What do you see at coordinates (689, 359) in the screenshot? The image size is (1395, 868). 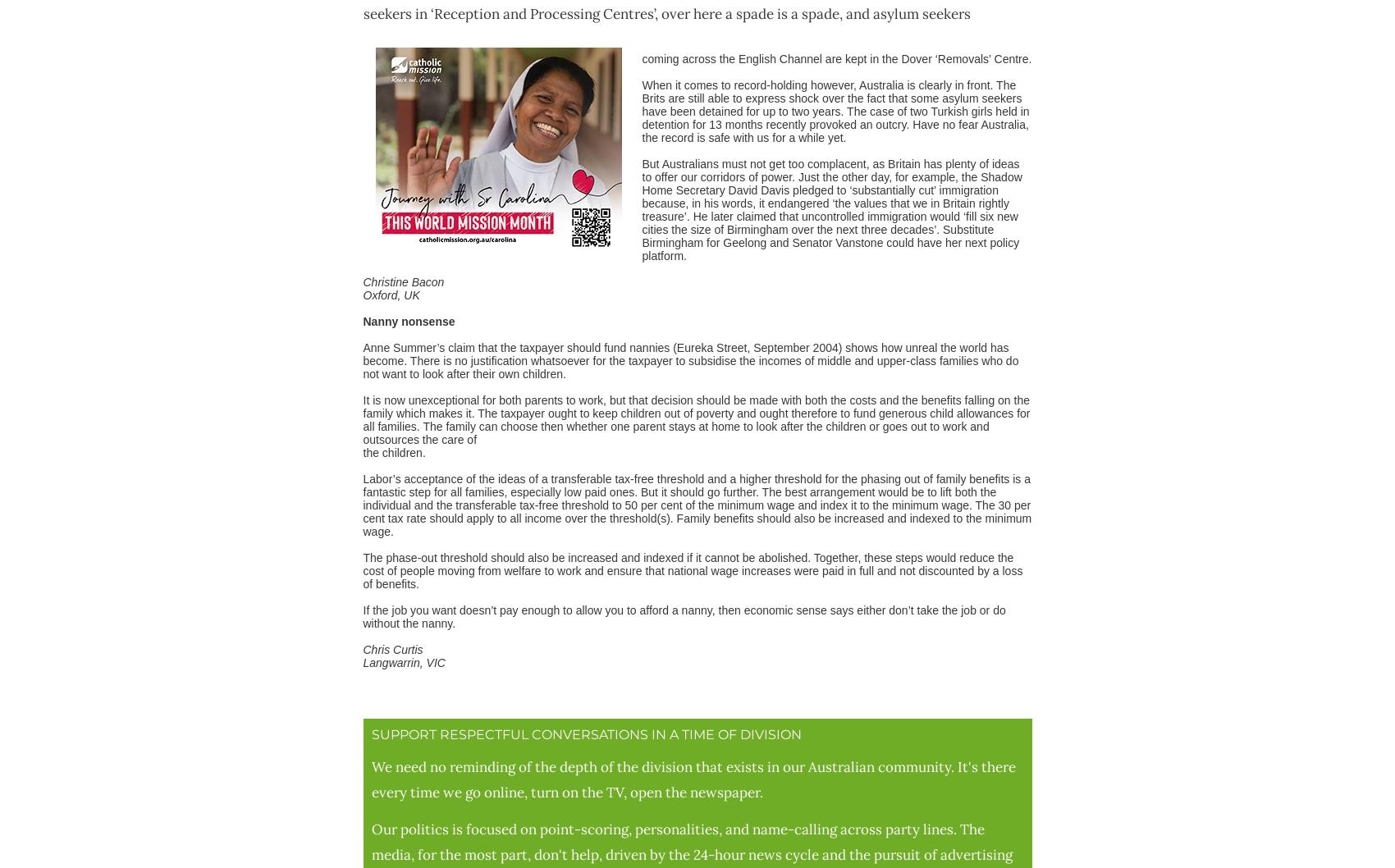 I see `'Anne Summer’s claim that the taxpayer should fund nannies (Eureka Street, September 2004) shows how unreal the world has become. There is no justification whatsoever for the taxpayer to subsidise the incomes of middle and upper-class families who do not want to look after their own children.'` at bounding box center [689, 359].